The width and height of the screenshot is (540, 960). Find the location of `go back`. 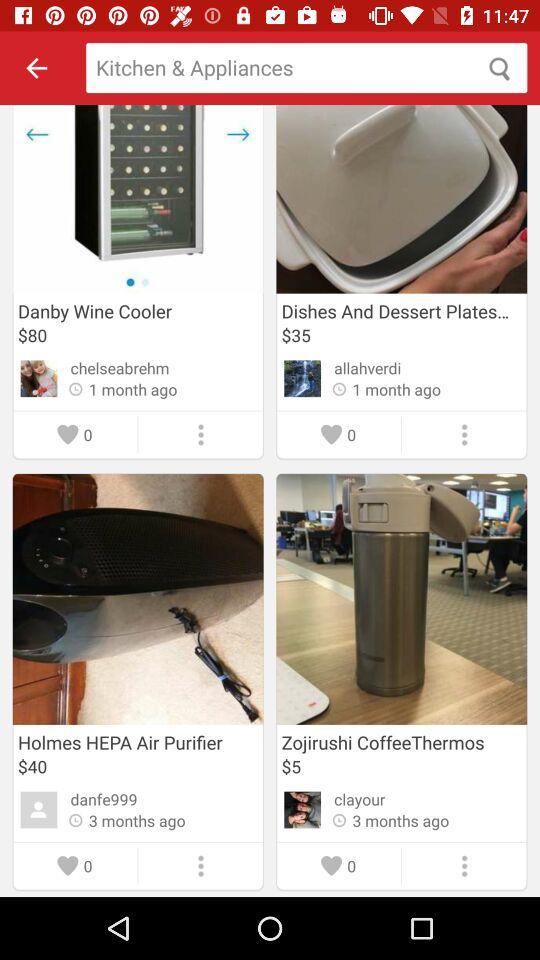

go back is located at coordinates (36, 68).